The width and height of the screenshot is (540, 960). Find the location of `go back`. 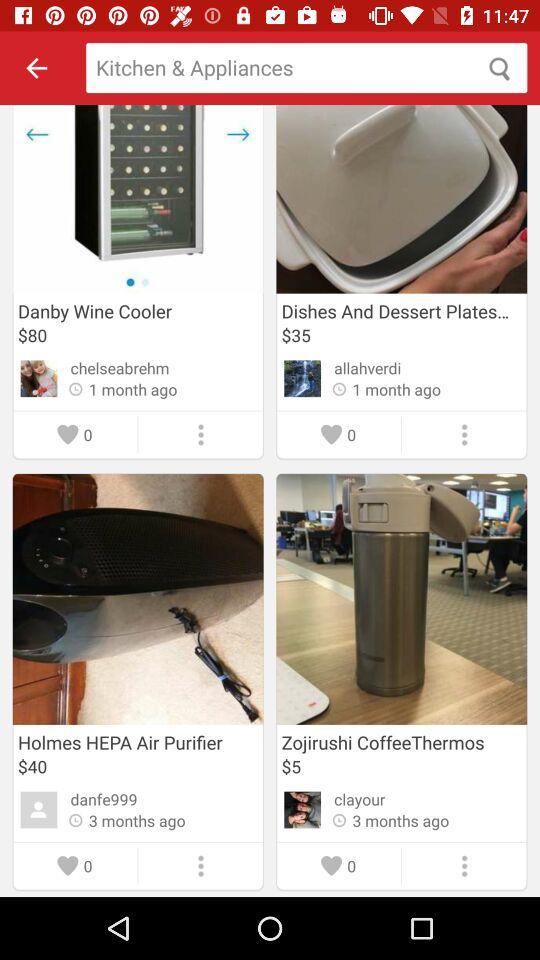

go back is located at coordinates (36, 68).